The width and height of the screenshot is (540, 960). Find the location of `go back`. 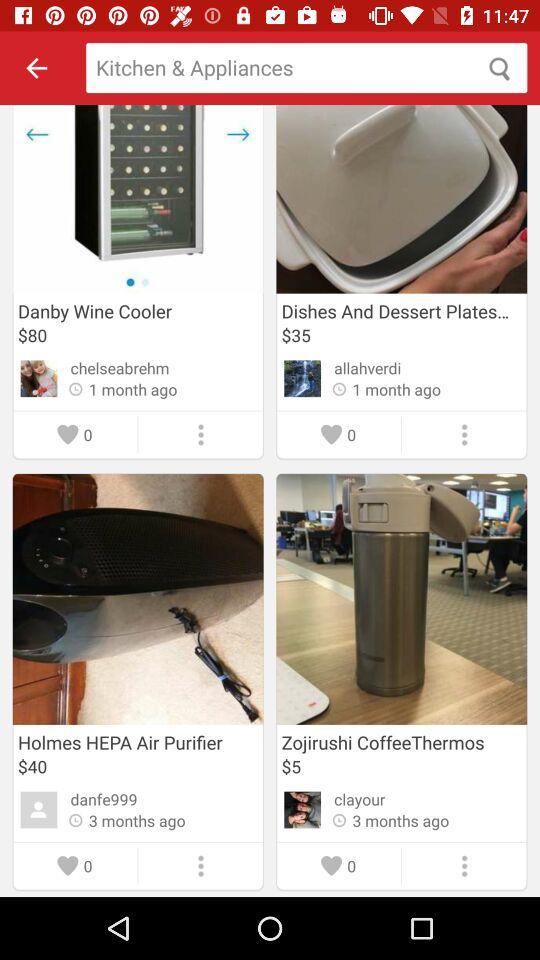

go back is located at coordinates (36, 68).